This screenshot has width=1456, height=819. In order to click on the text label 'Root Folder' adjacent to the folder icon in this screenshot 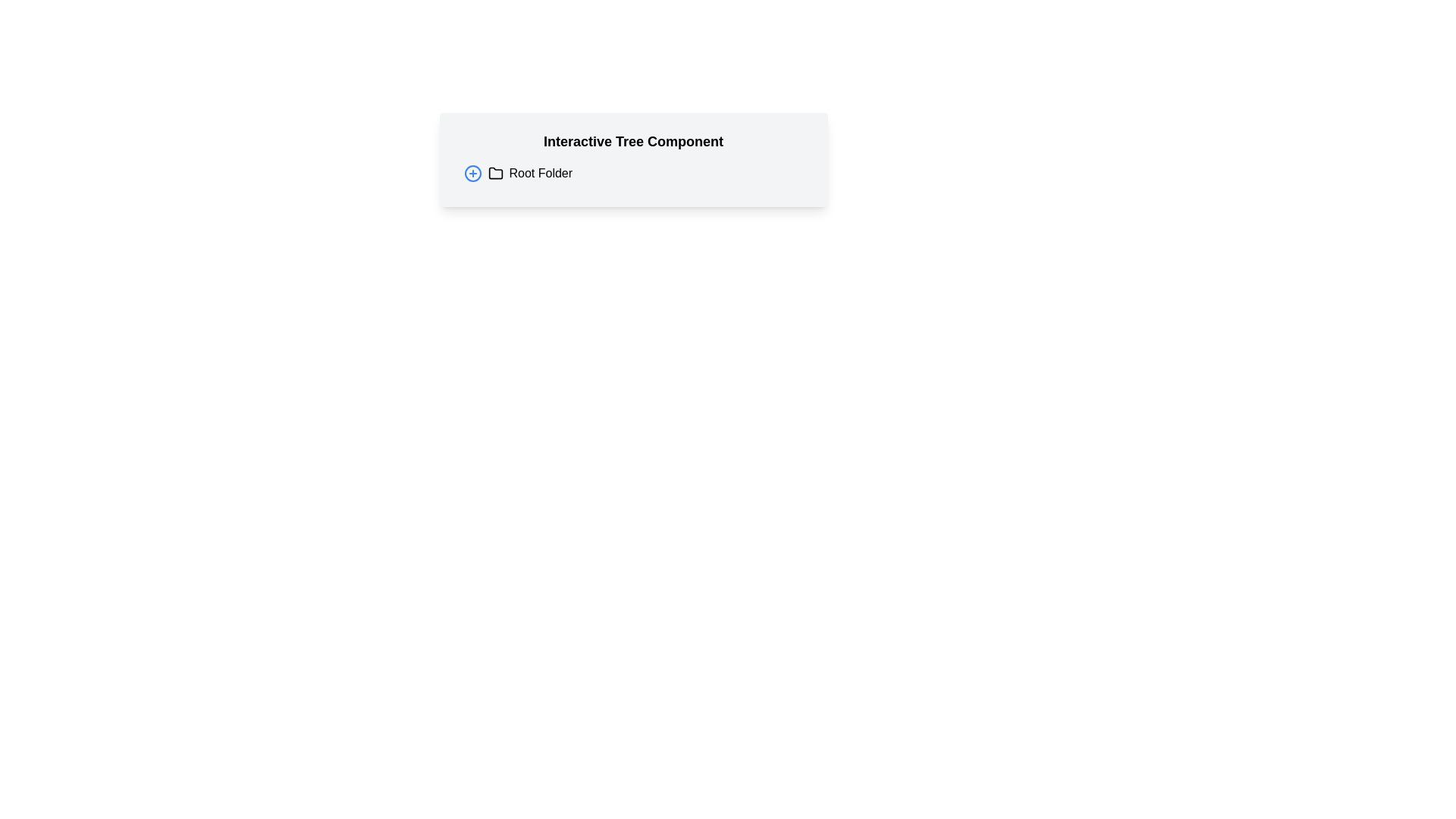, I will do `click(530, 172)`.